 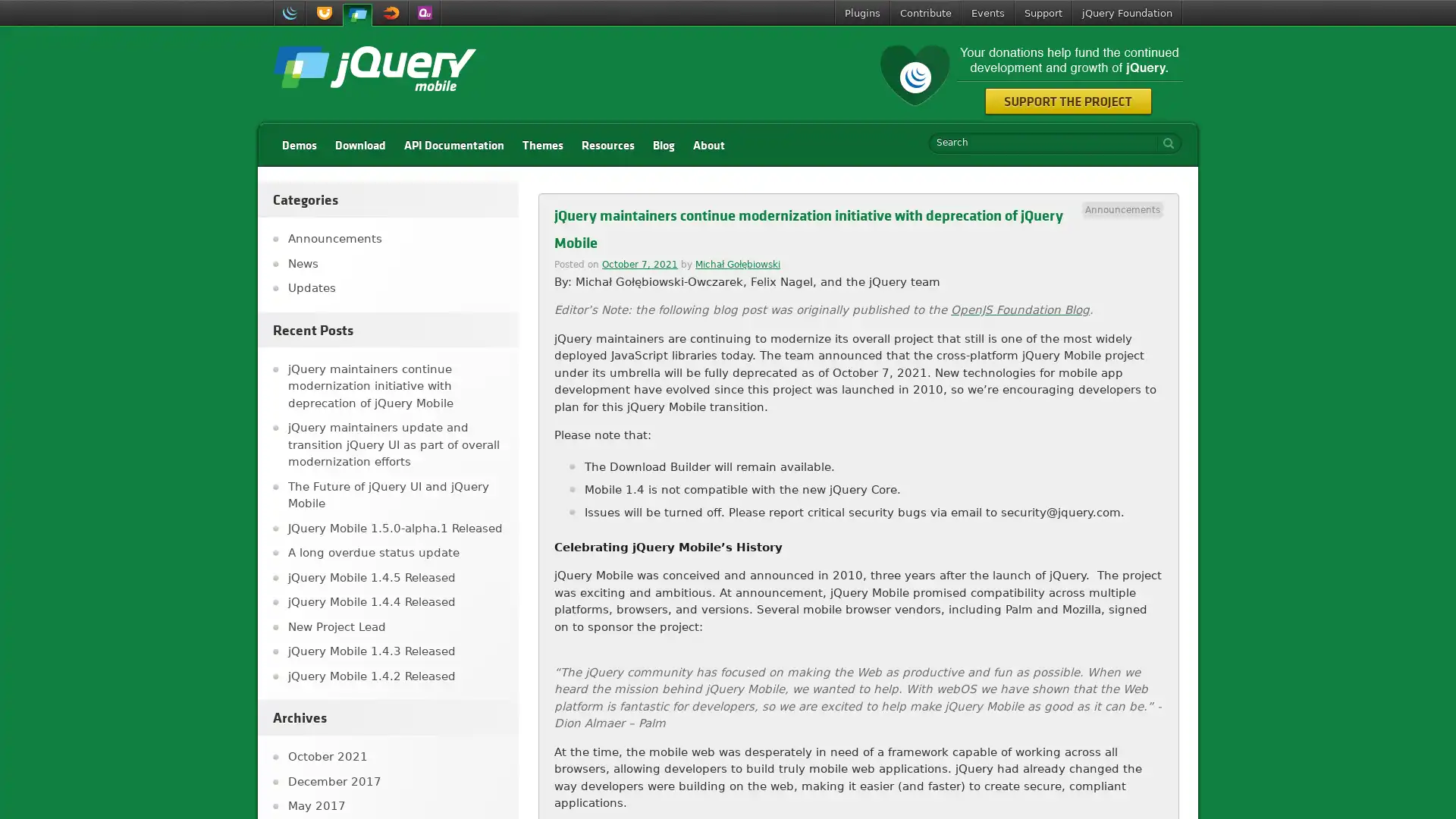 What do you see at coordinates (1164, 143) in the screenshot?
I see `search` at bounding box center [1164, 143].